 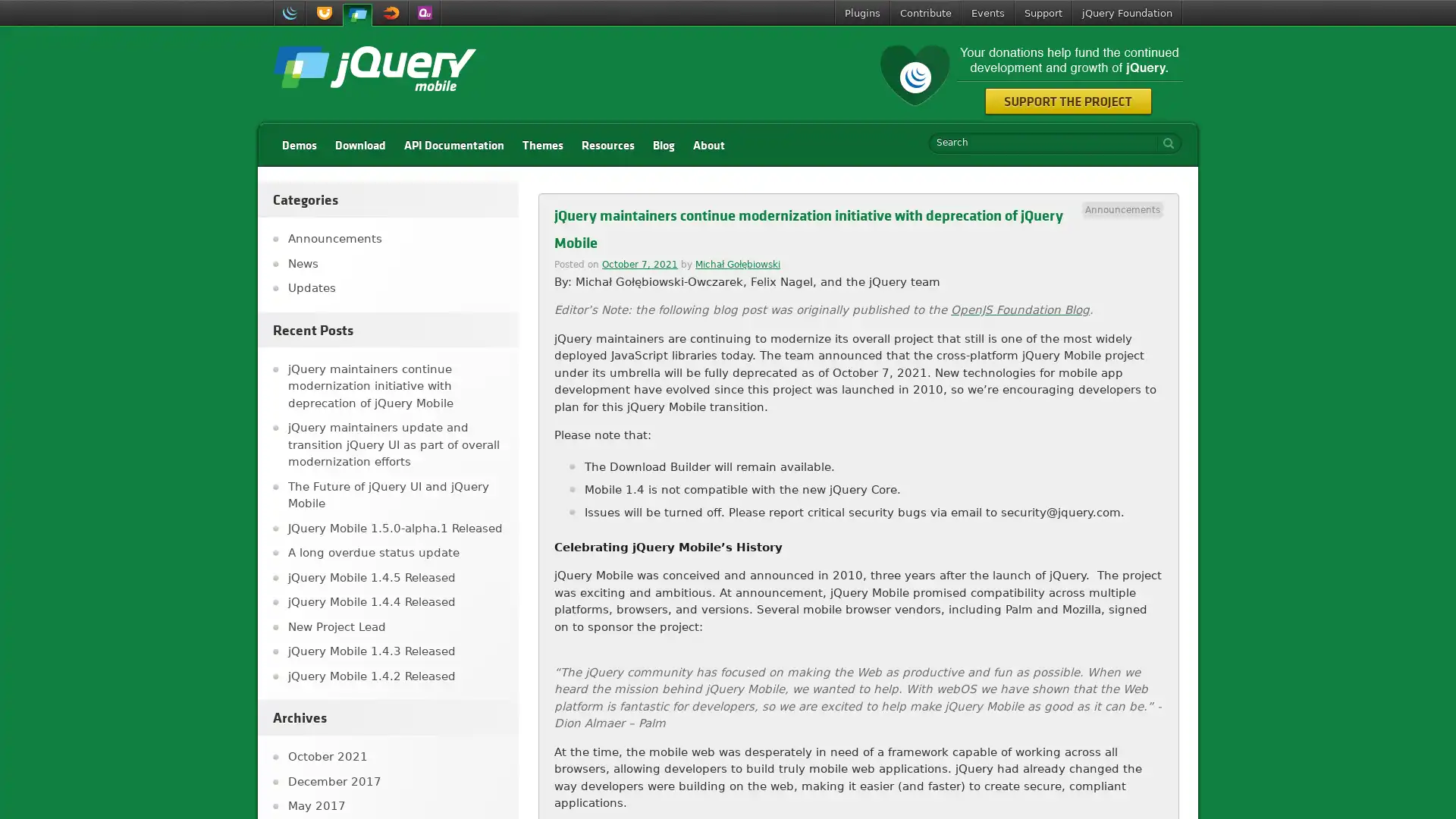 What do you see at coordinates (1164, 143) in the screenshot?
I see `search` at bounding box center [1164, 143].